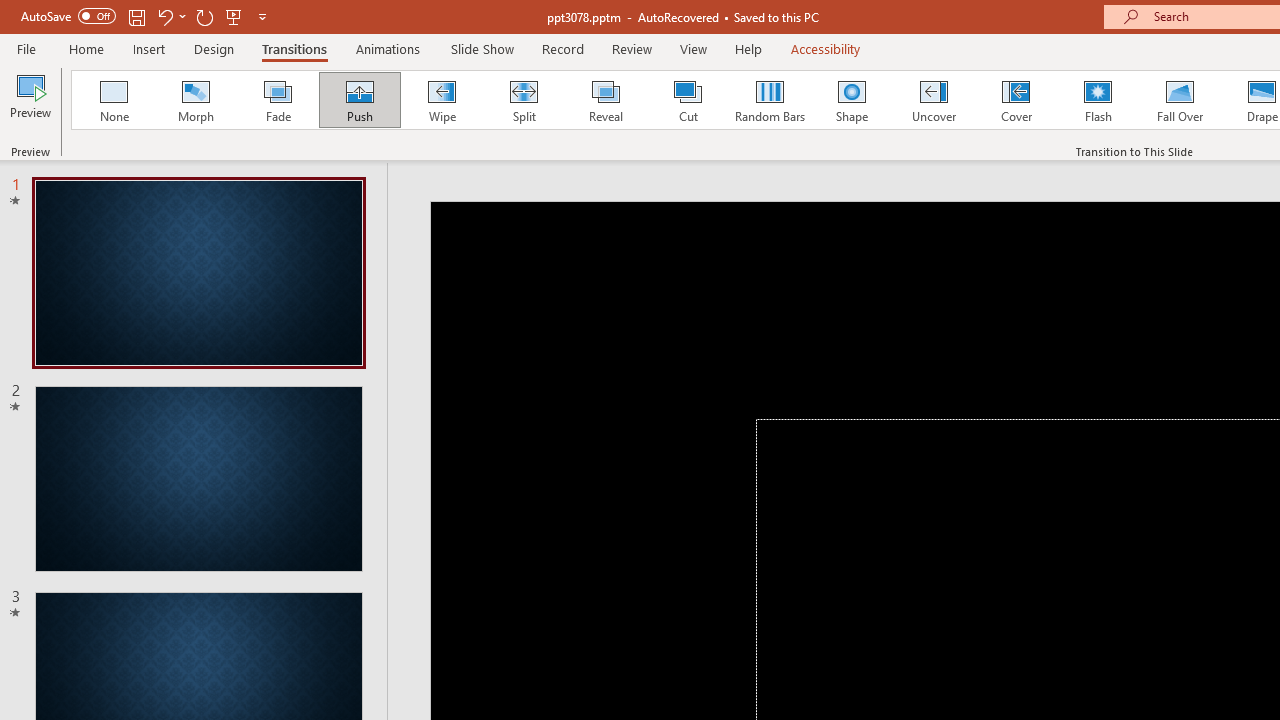 Image resolution: width=1280 pixels, height=720 pixels. I want to click on 'Shape', so click(852, 100).